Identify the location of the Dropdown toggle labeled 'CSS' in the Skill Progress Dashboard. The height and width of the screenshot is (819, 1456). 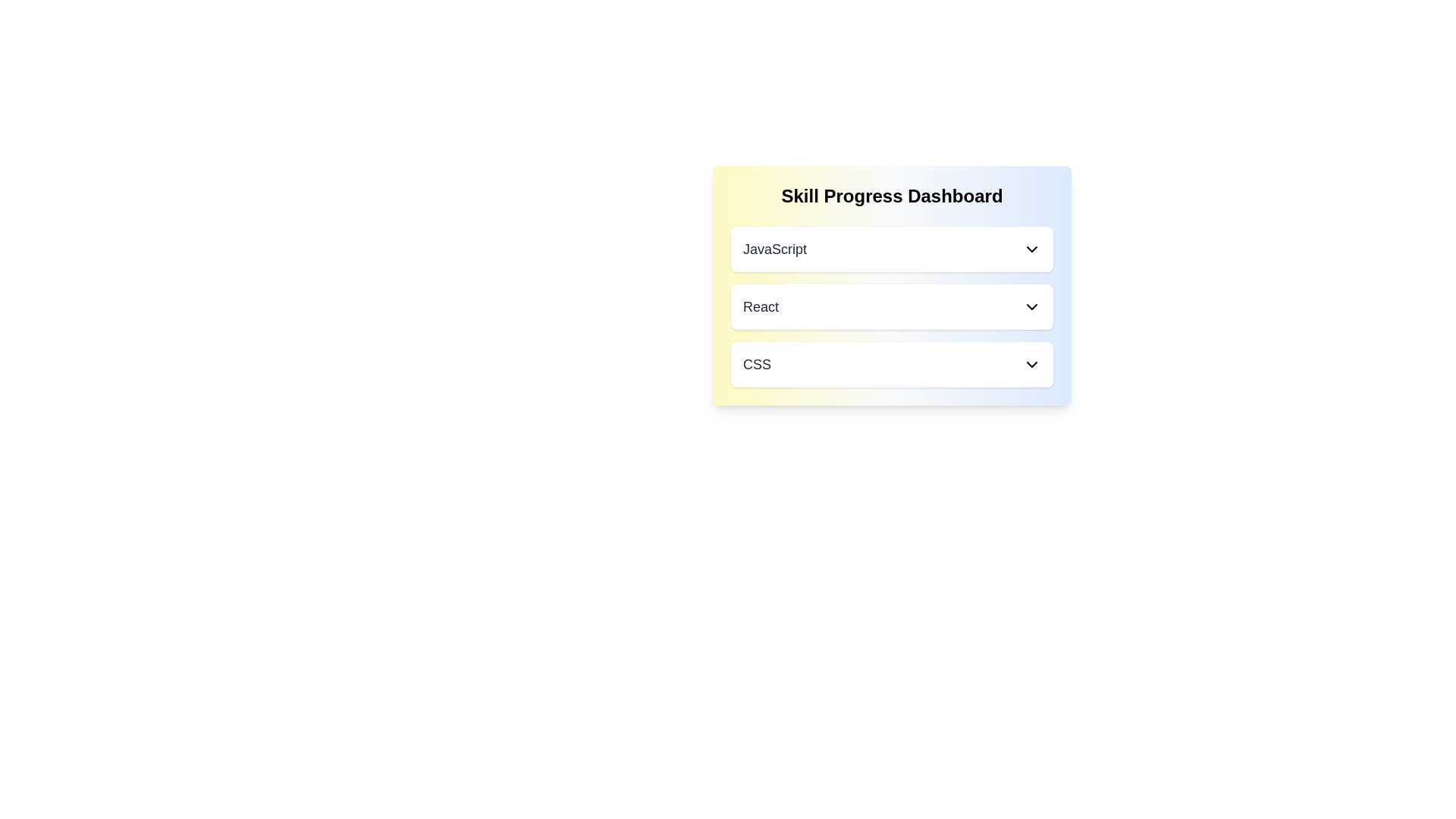
(892, 365).